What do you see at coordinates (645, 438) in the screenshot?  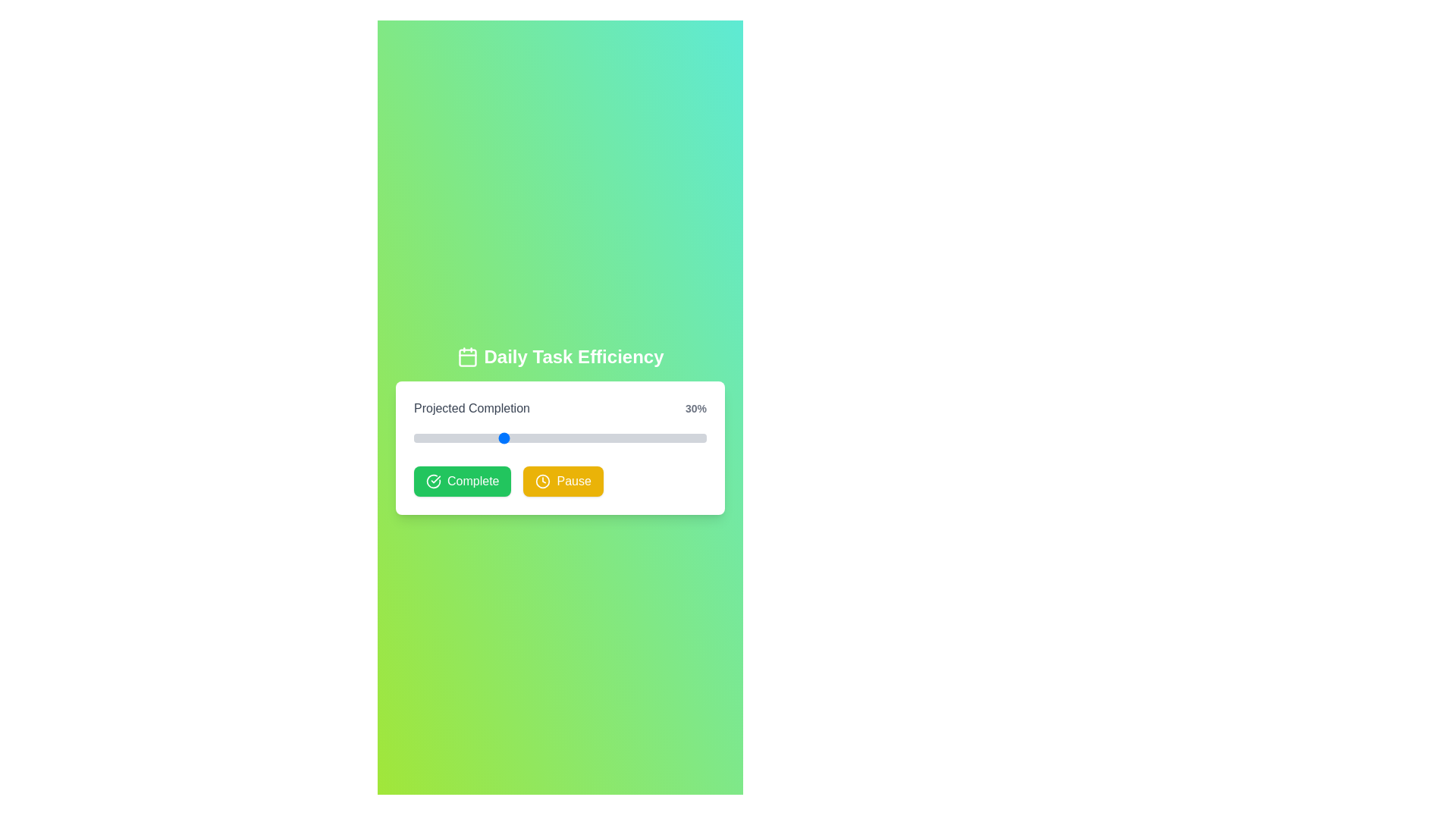 I see `the progress slider to 79%` at bounding box center [645, 438].